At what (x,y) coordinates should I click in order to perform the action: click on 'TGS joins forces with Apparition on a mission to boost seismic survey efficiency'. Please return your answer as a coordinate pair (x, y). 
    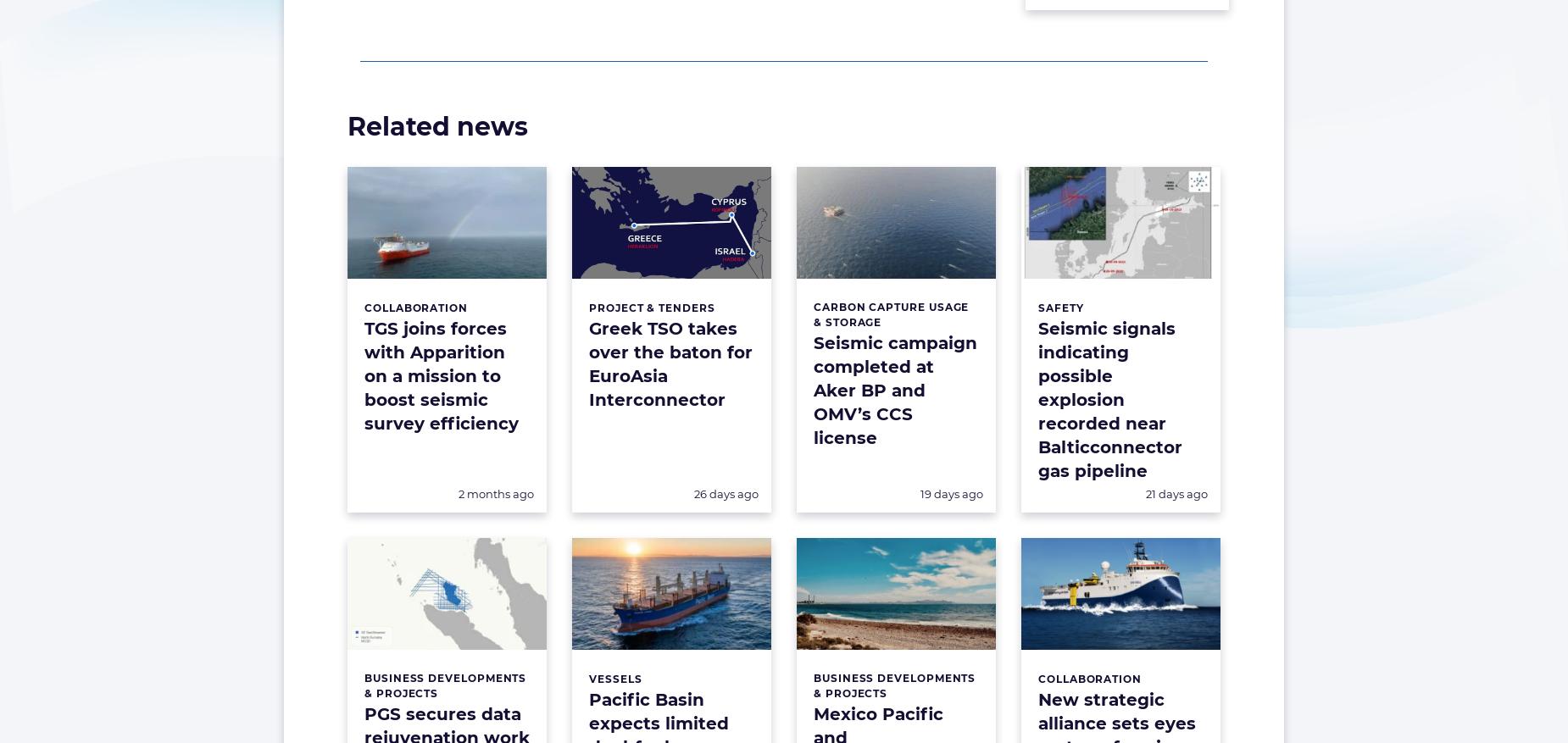
    Looking at the image, I should click on (441, 374).